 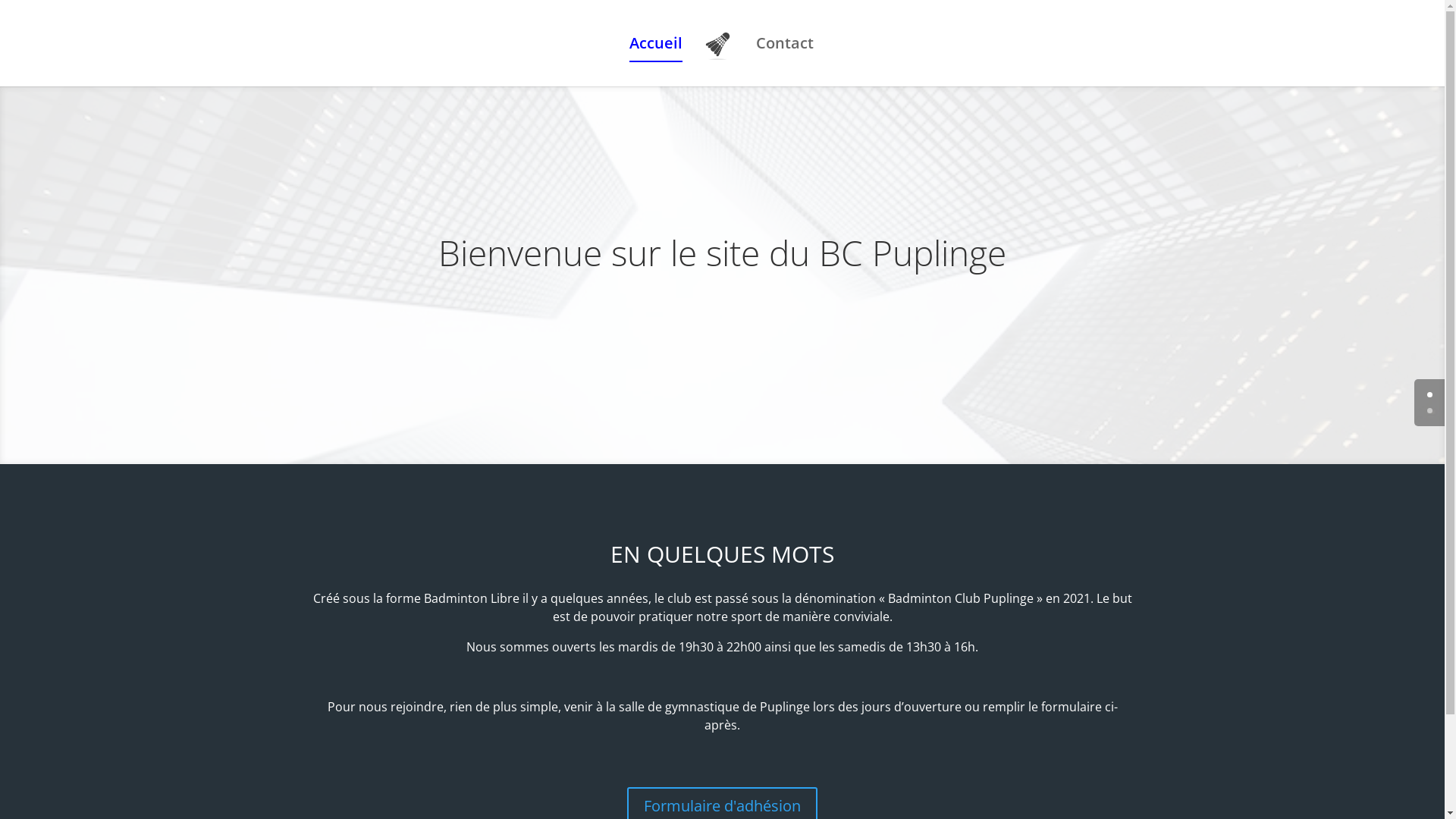 What do you see at coordinates (655, 61) in the screenshot?
I see `'Accueil'` at bounding box center [655, 61].